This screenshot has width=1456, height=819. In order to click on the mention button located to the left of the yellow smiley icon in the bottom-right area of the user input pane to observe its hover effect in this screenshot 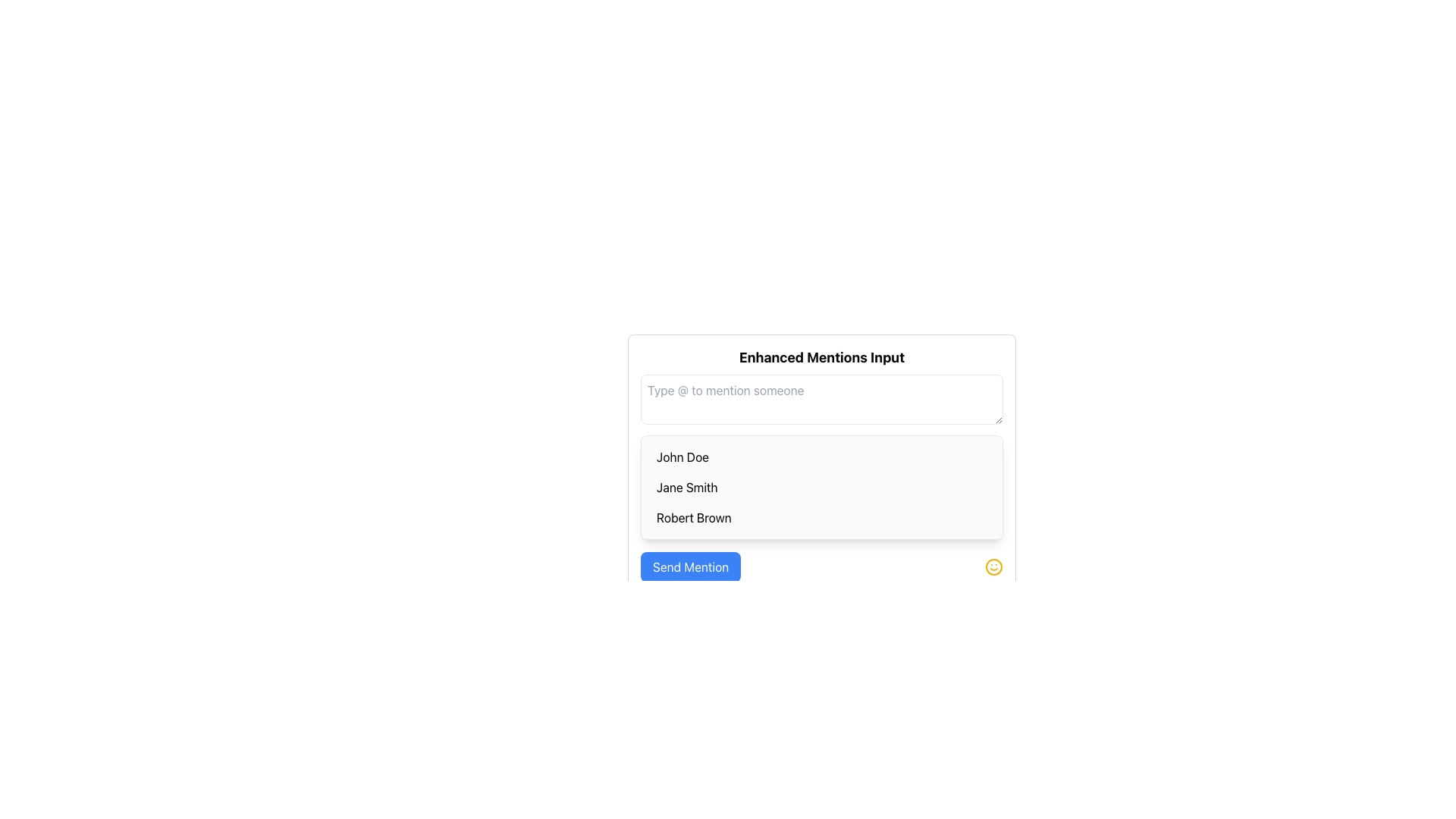, I will do `click(690, 567)`.